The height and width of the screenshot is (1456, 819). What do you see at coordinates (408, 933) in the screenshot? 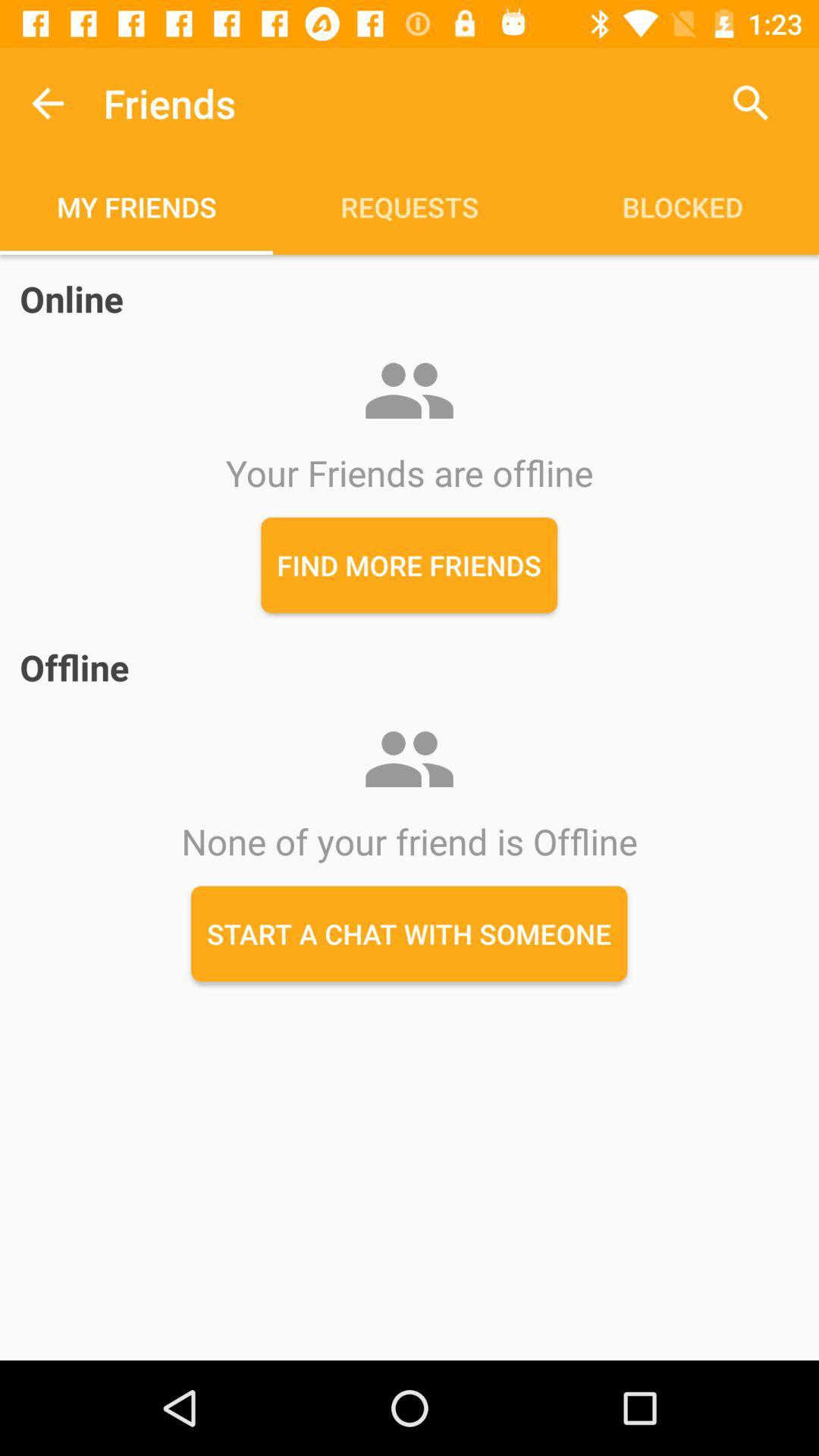
I see `start a chat` at bounding box center [408, 933].